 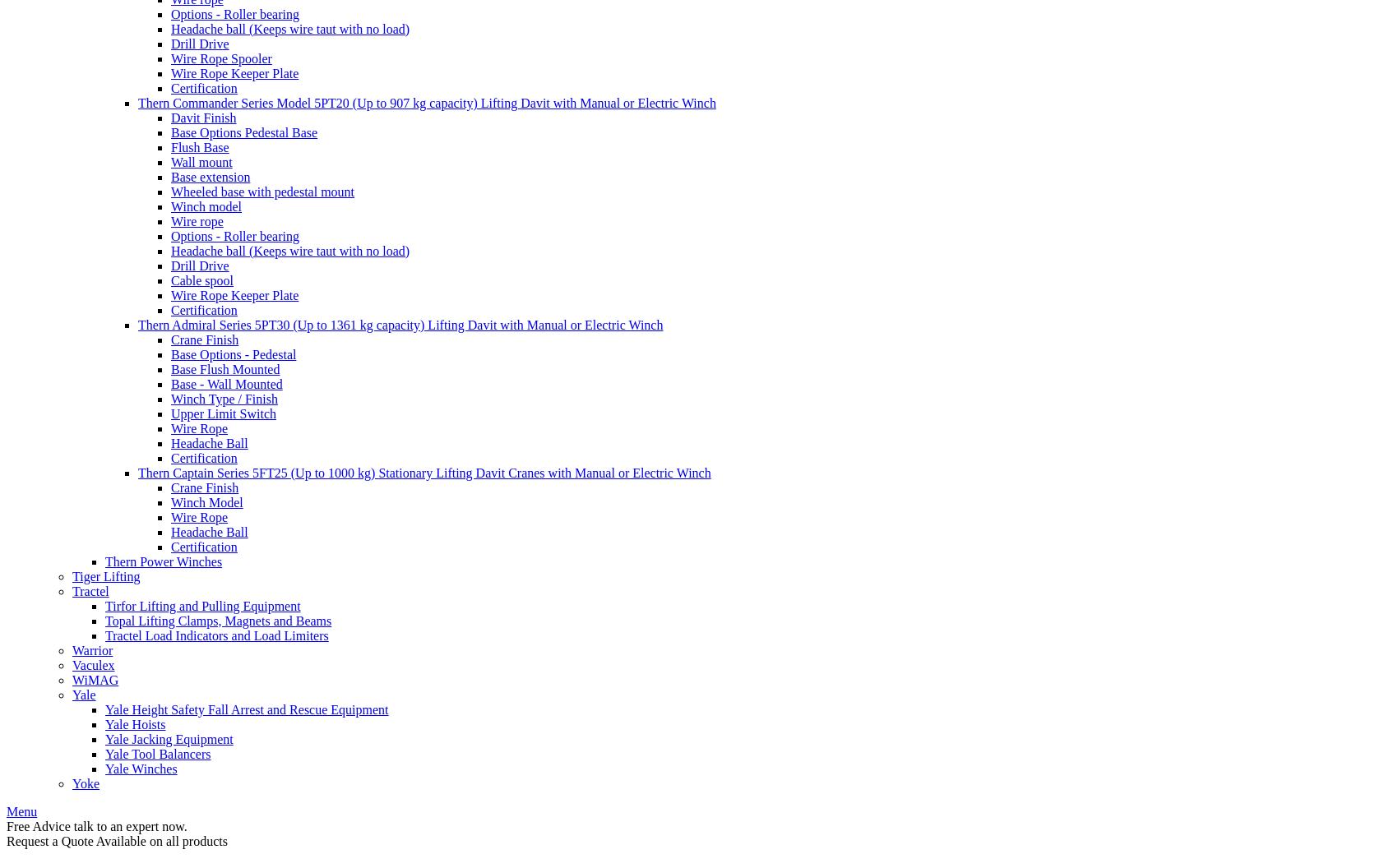 I want to click on 'Base - Wall Mounted', so click(x=226, y=382).